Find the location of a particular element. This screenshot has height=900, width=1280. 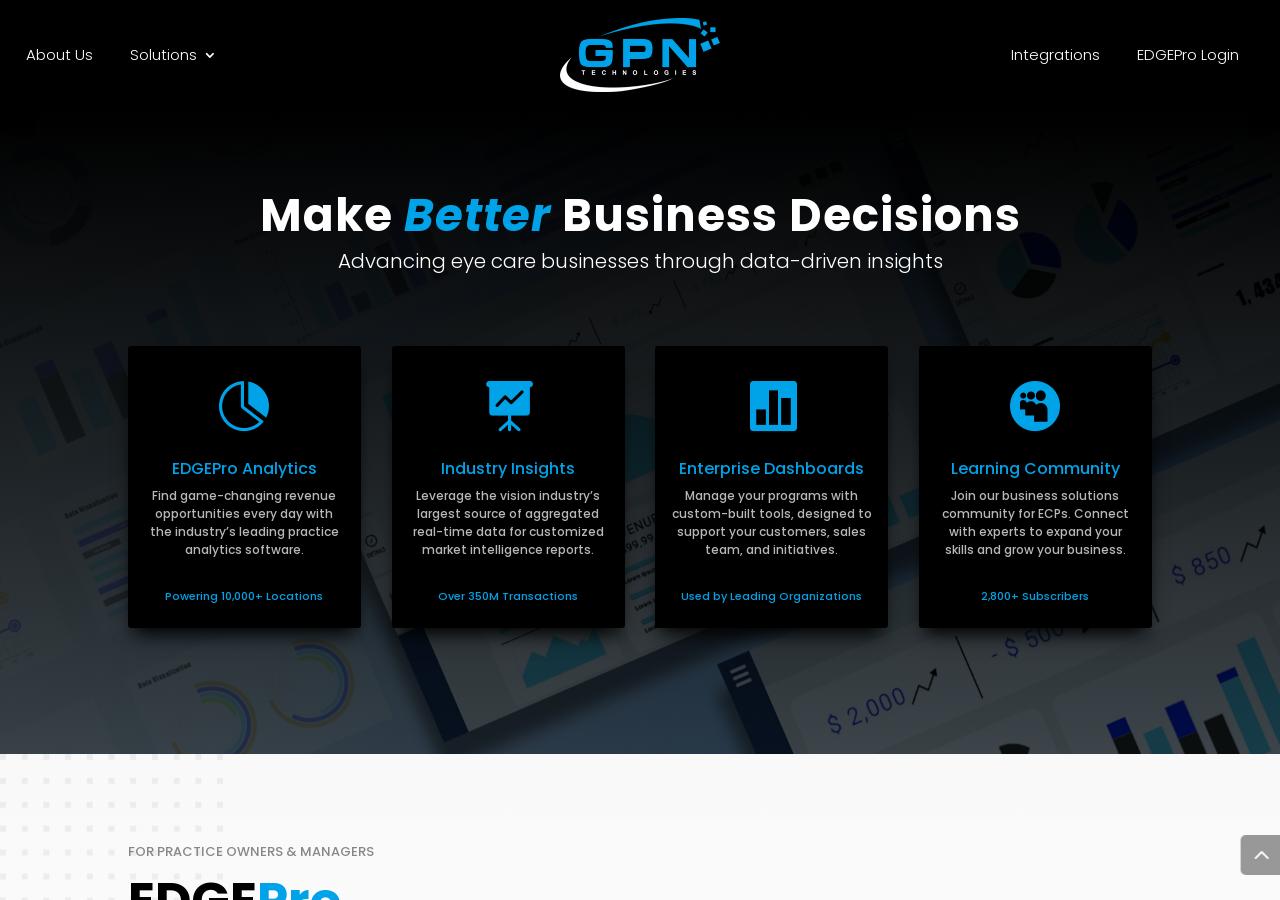

'About Us' is located at coordinates (58, 52).